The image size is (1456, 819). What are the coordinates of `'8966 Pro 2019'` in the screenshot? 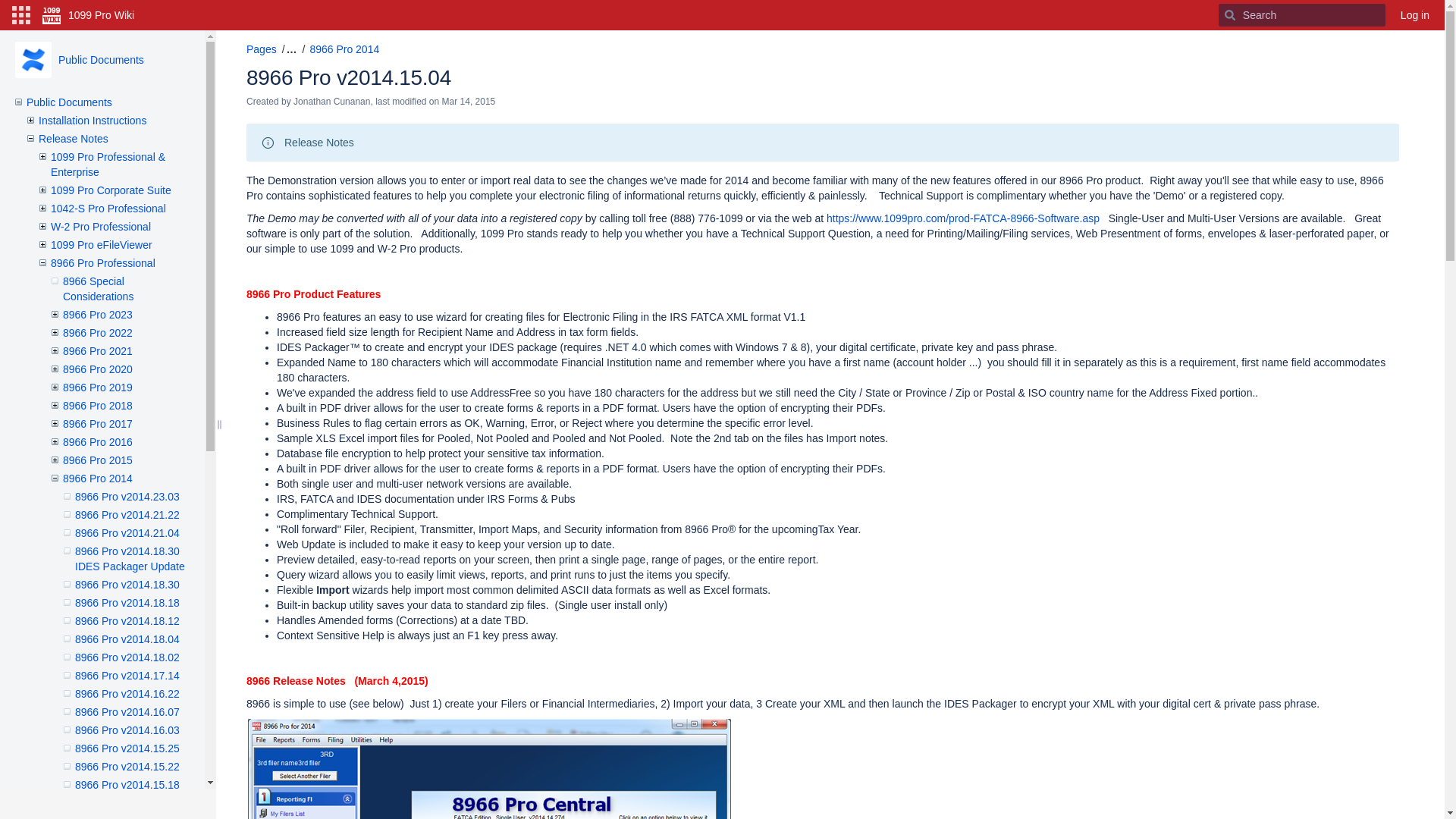 It's located at (97, 386).